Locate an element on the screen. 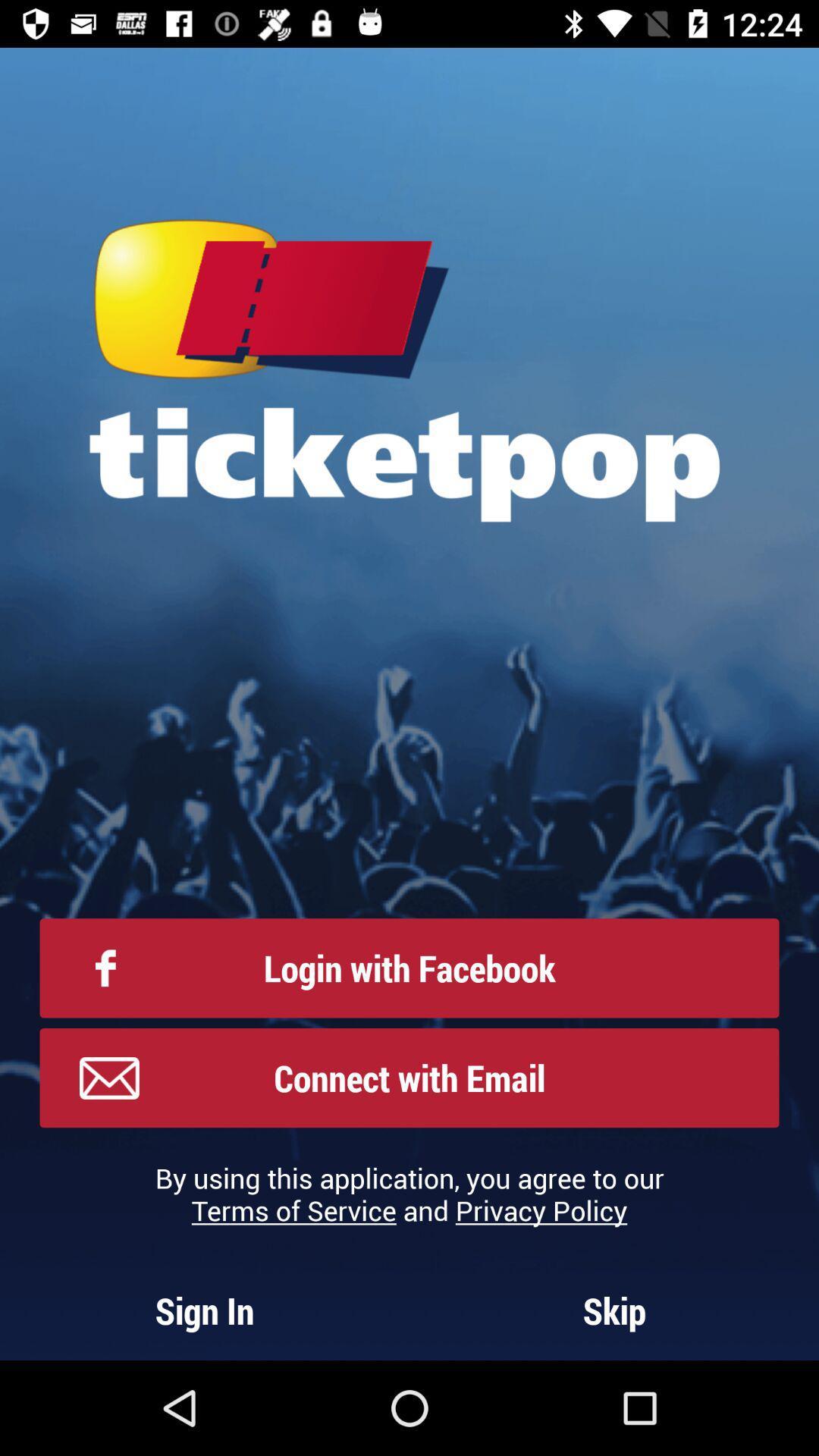 The image size is (819, 1456). item to the right of the sign in item is located at coordinates (614, 1310).